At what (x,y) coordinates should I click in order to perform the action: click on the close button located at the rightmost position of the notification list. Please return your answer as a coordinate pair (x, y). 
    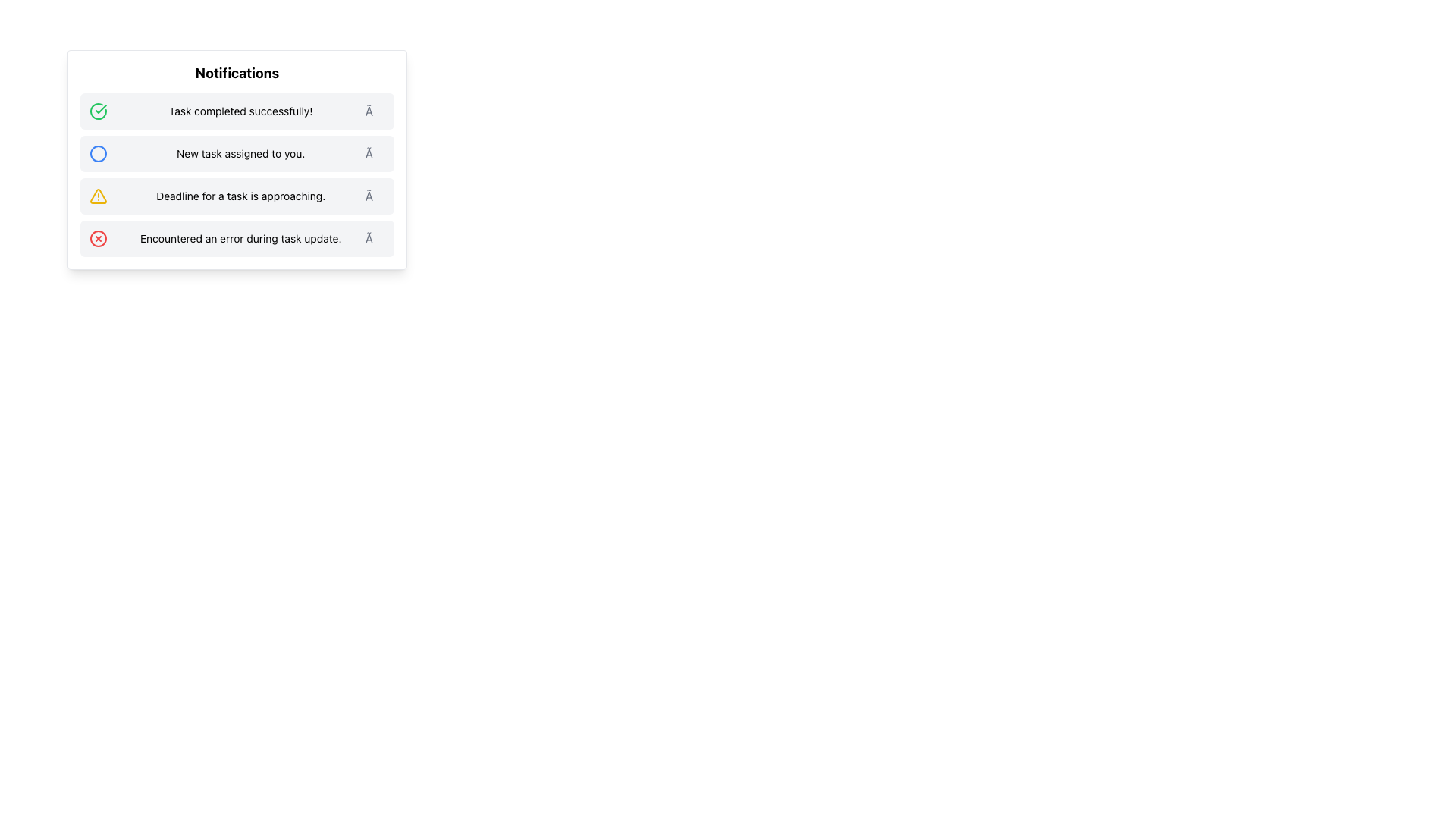
    Looking at the image, I should click on (375, 195).